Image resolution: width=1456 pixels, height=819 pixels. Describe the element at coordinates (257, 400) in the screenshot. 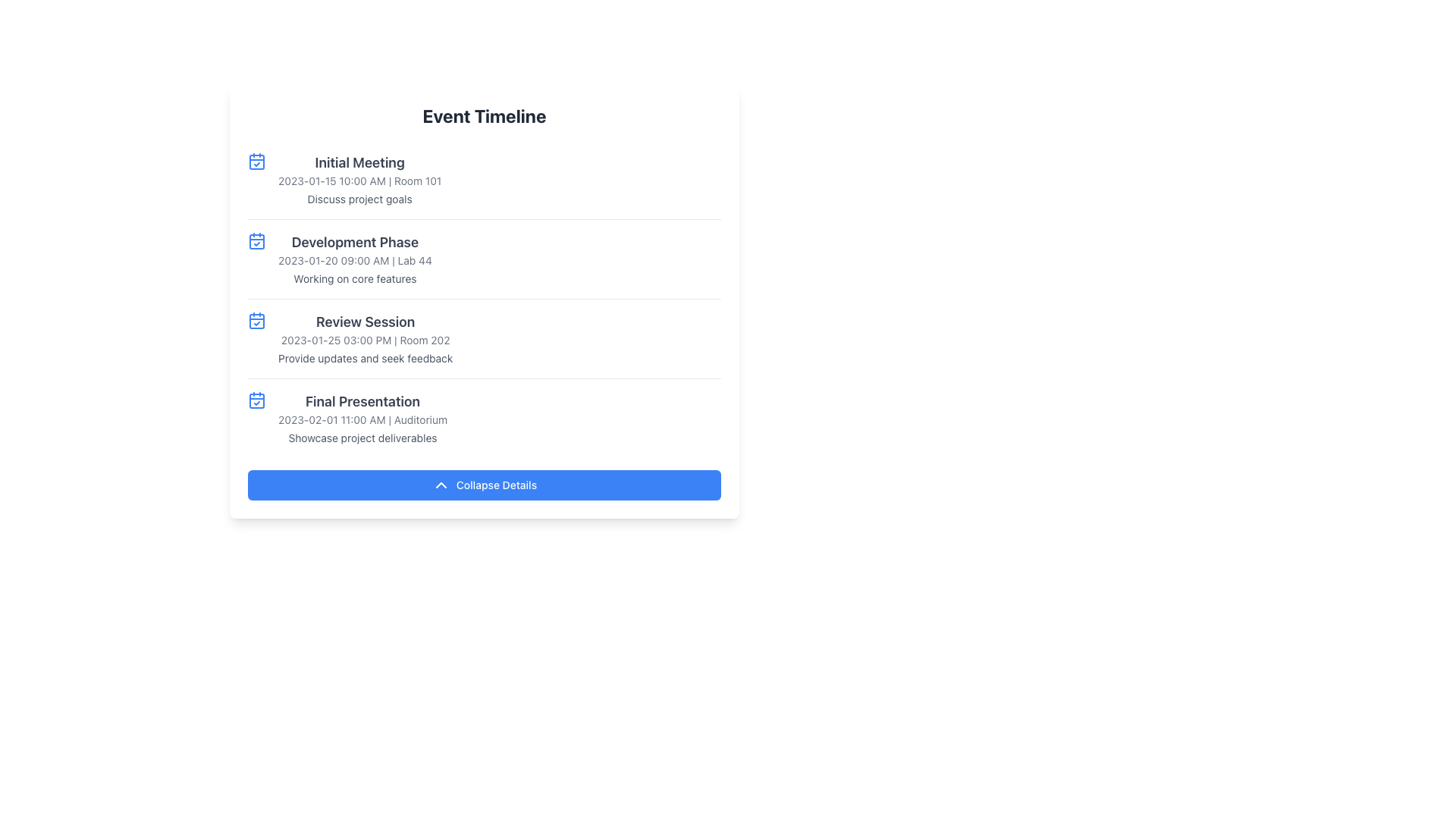

I see `the blue calendar icon with a checkmark located to the left of the 'Final Presentation' text in the fourth row of the timeline for additional event details or actions` at that location.